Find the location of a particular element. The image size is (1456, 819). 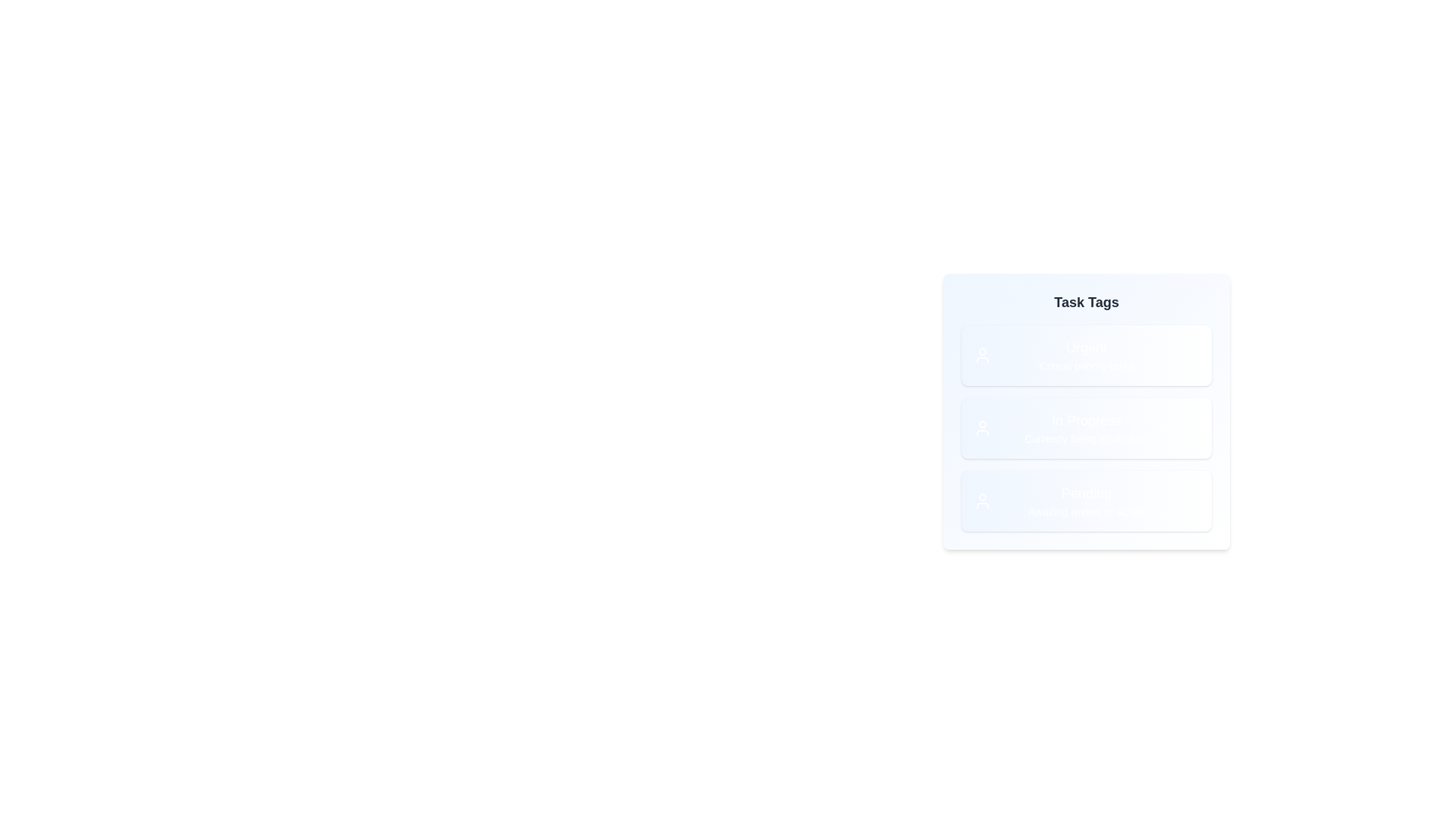

the delete icon of the tag labeled In Progress is located at coordinates (1189, 428).